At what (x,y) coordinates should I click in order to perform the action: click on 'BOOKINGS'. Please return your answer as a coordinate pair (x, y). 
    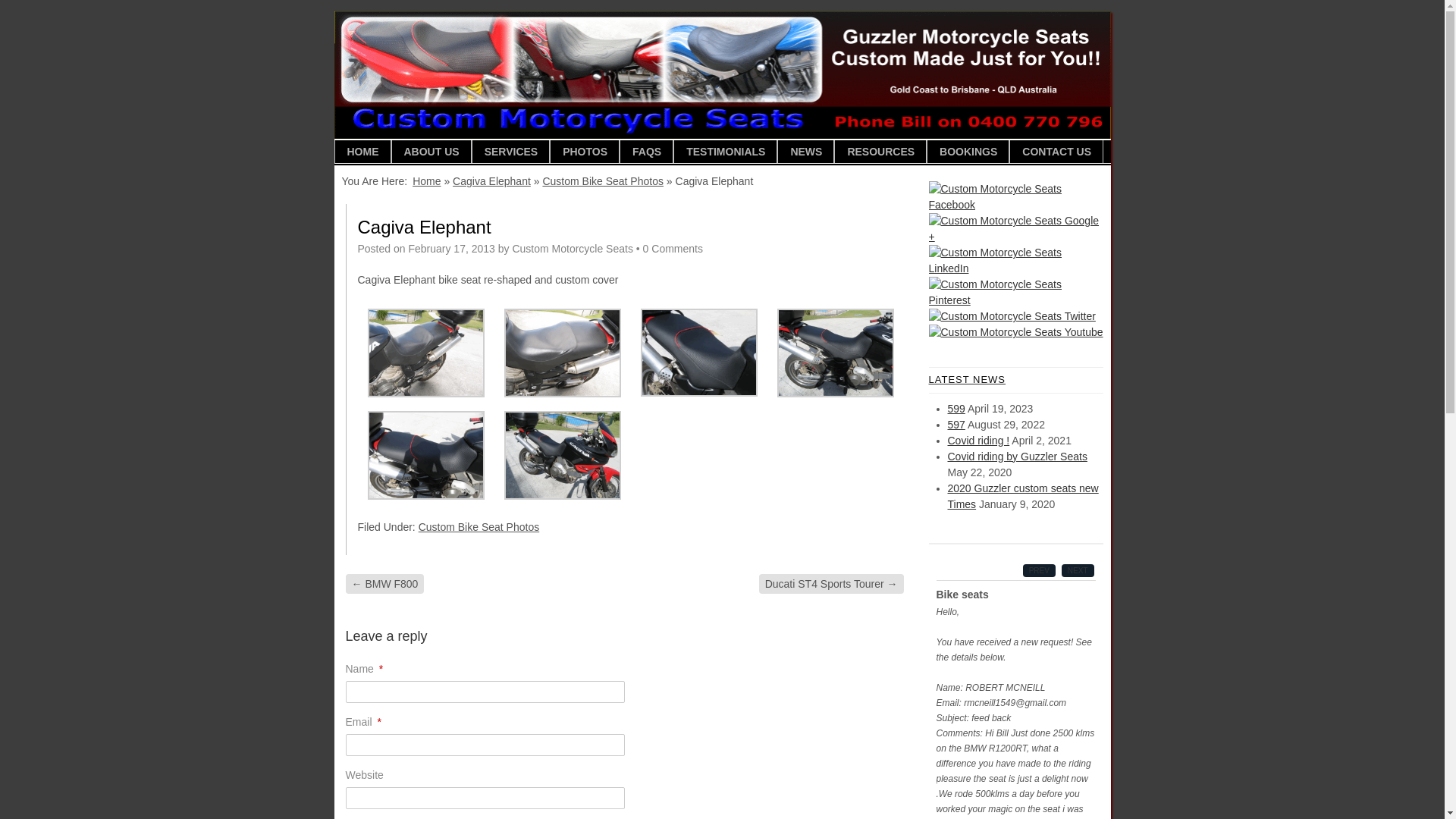
    Looking at the image, I should click on (967, 152).